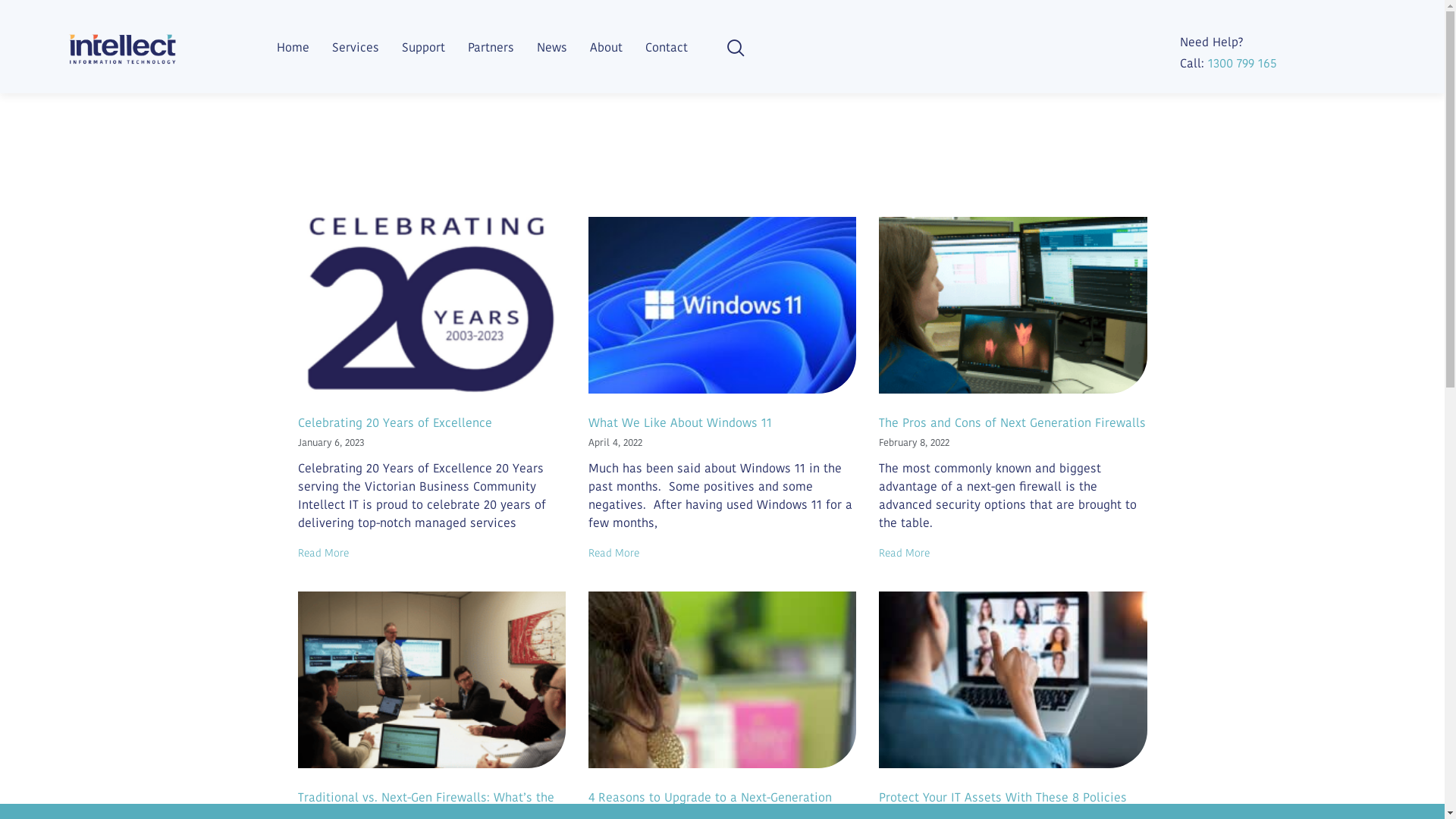 The height and width of the screenshot is (819, 1456). What do you see at coordinates (537, 46) in the screenshot?
I see `'News'` at bounding box center [537, 46].